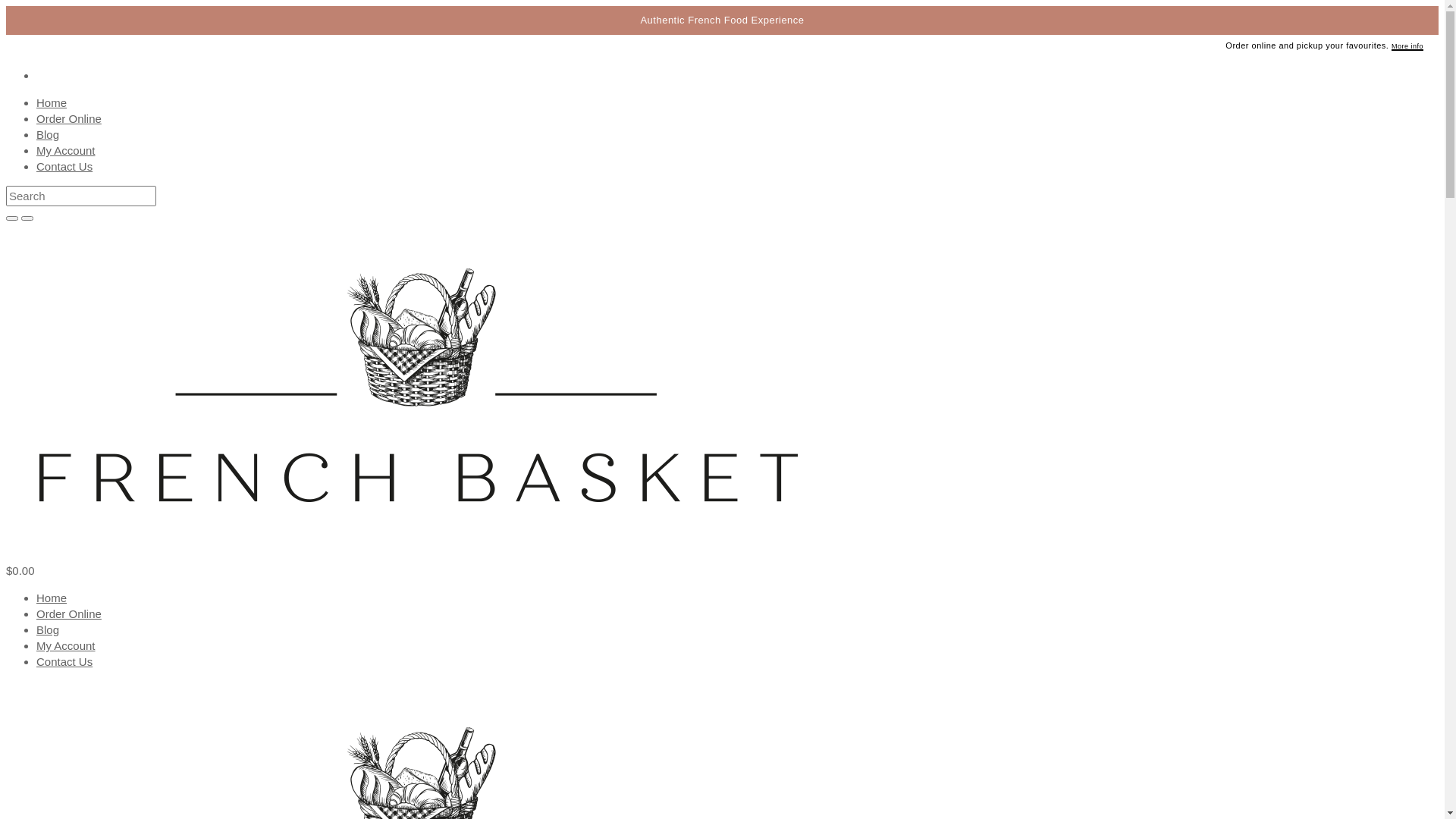 The height and width of the screenshot is (819, 1456). What do you see at coordinates (36, 661) in the screenshot?
I see `'Contact Us'` at bounding box center [36, 661].